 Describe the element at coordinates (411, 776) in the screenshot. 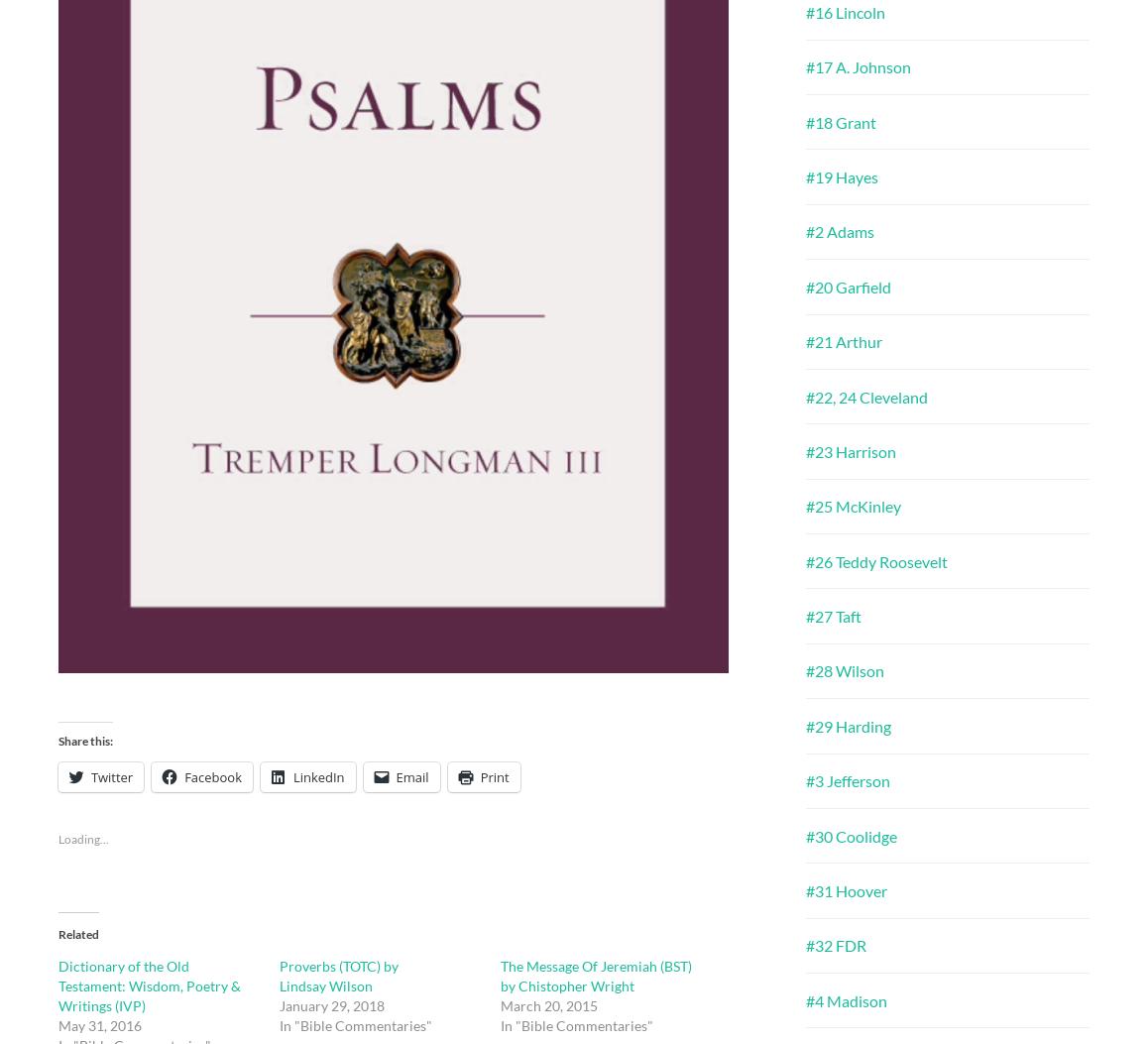

I see `'Email'` at that location.